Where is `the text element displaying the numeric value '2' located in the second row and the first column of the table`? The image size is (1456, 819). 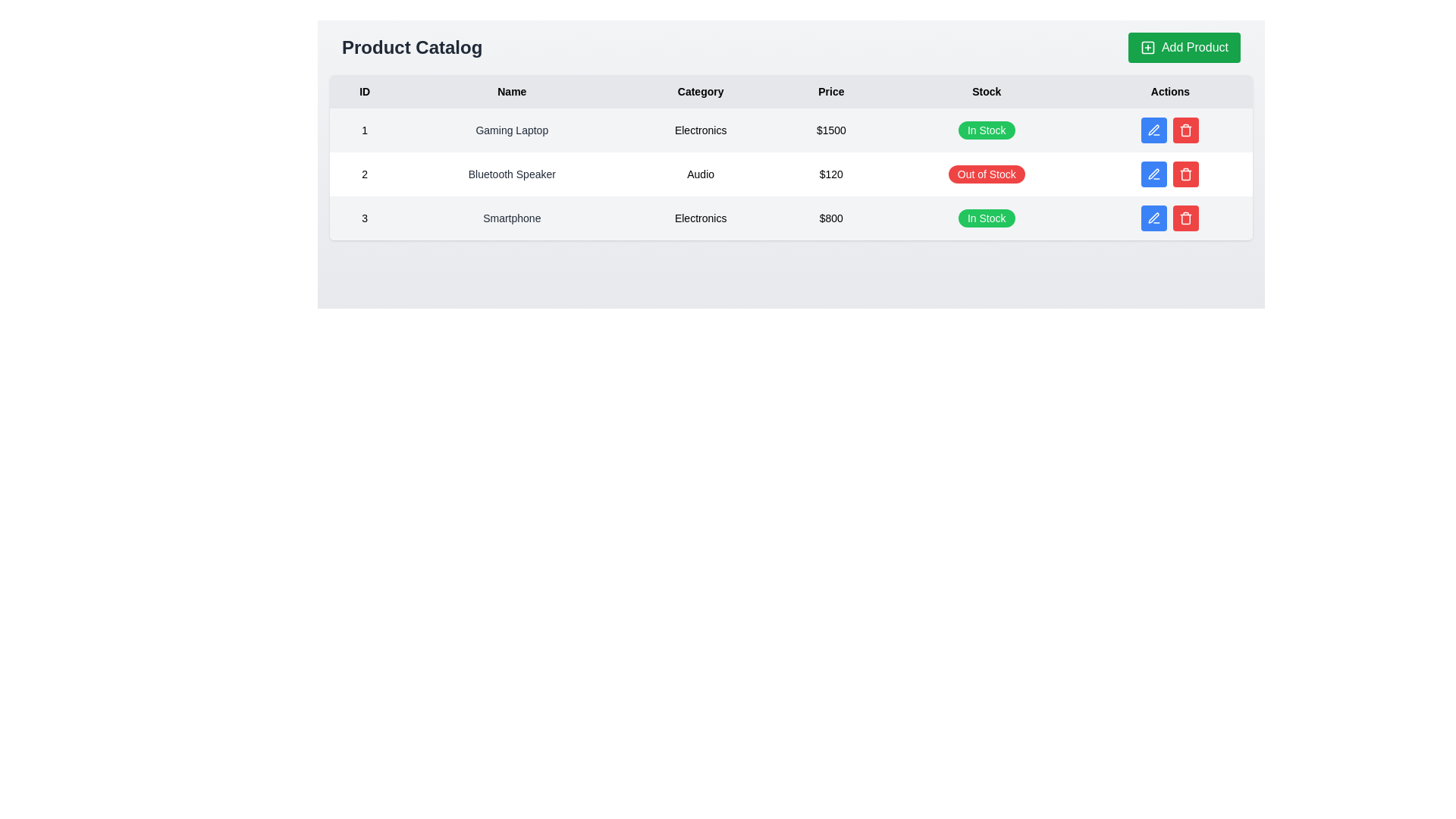 the text element displaying the numeric value '2' located in the second row and the first column of the table is located at coordinates (365, 174).